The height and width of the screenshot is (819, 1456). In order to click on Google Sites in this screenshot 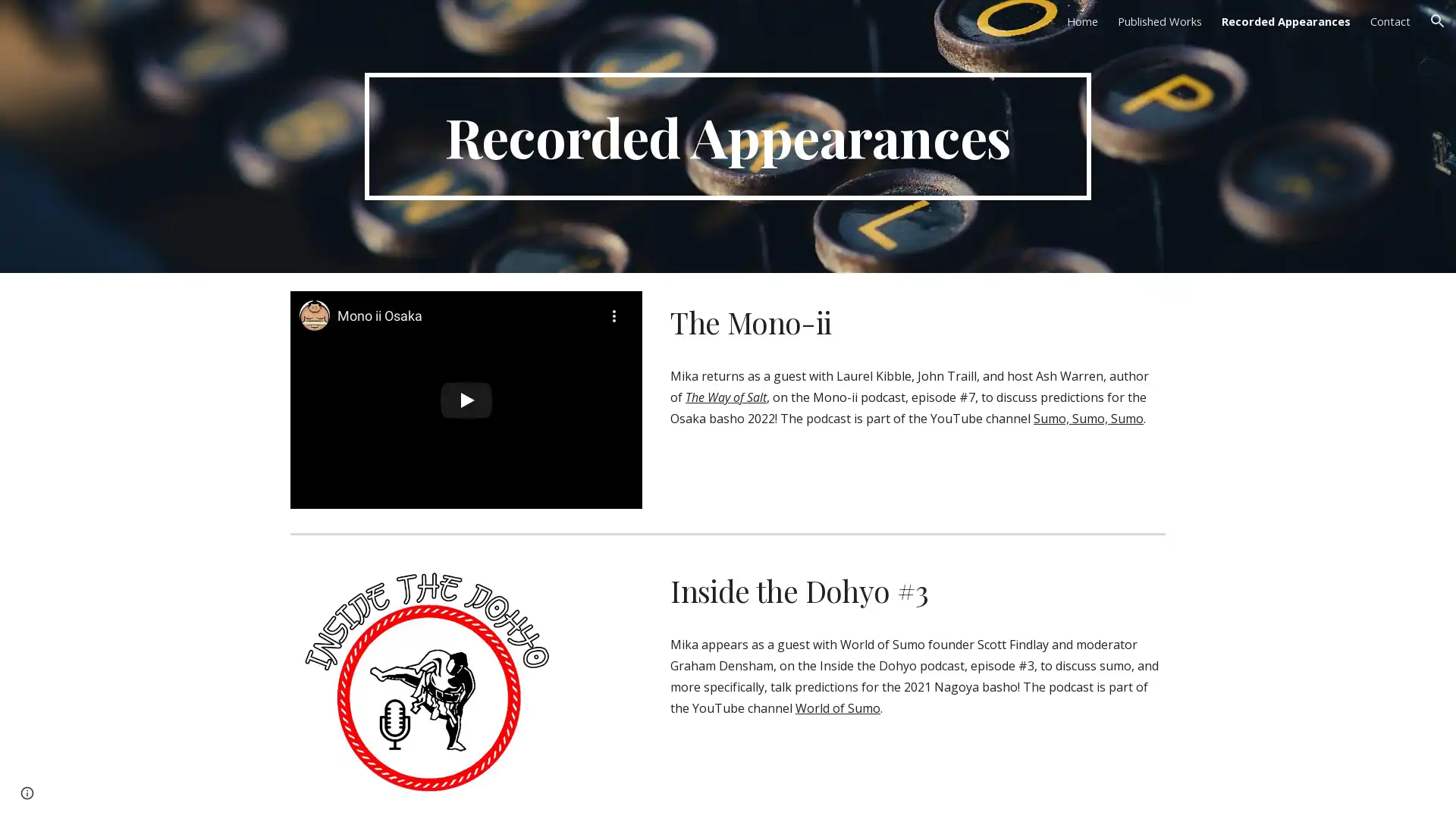, I will do `click(73, 792)`.